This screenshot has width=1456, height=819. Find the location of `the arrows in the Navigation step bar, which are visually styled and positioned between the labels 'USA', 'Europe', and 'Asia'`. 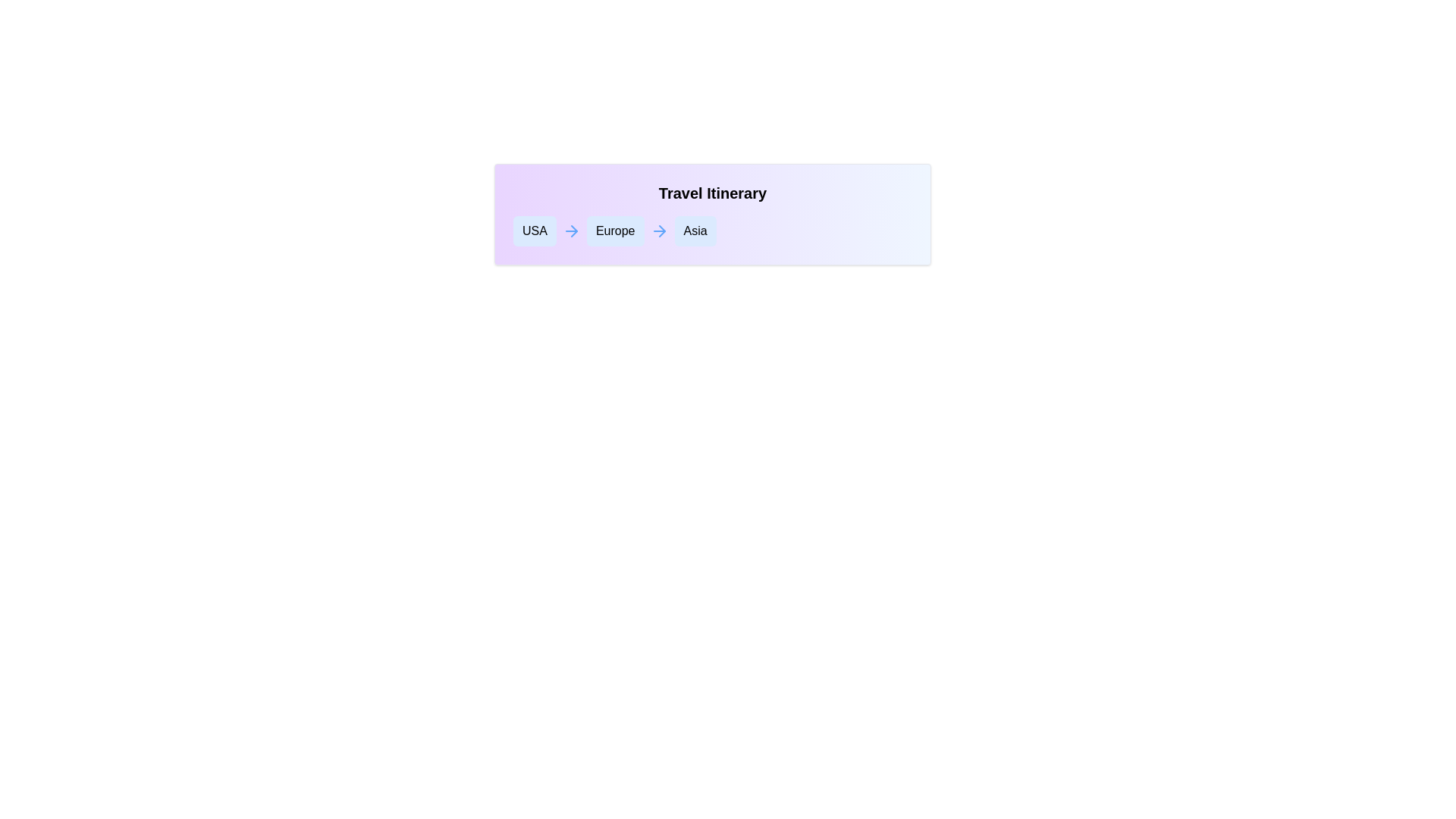

the arrows in the Navigation step bar, which are visually styled and positioned between the labels 'USA', 'Europe', and 'Asia' is located at coordinates (712, 231).